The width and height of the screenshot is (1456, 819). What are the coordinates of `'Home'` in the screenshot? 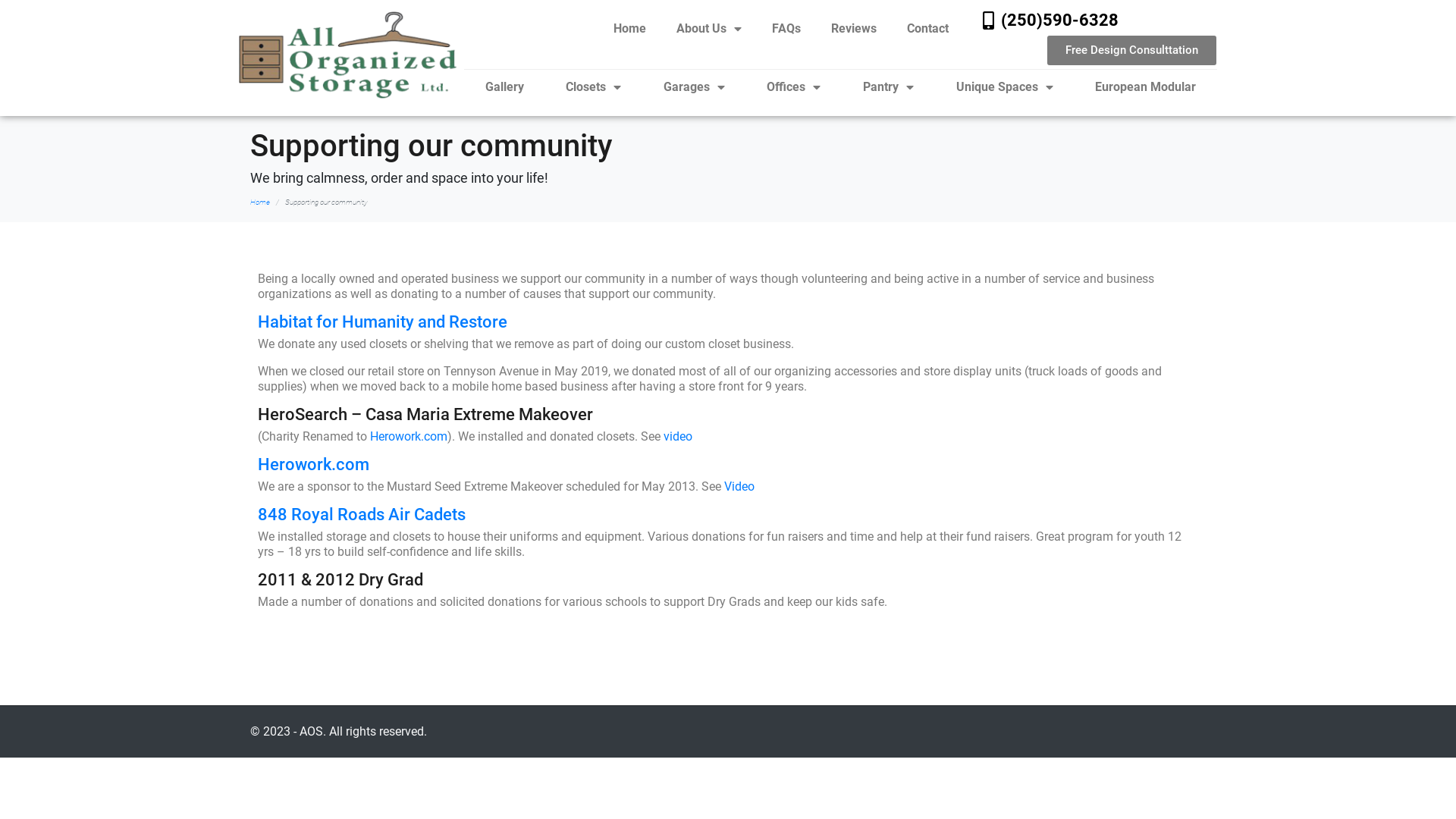 It's located at (259, 201).